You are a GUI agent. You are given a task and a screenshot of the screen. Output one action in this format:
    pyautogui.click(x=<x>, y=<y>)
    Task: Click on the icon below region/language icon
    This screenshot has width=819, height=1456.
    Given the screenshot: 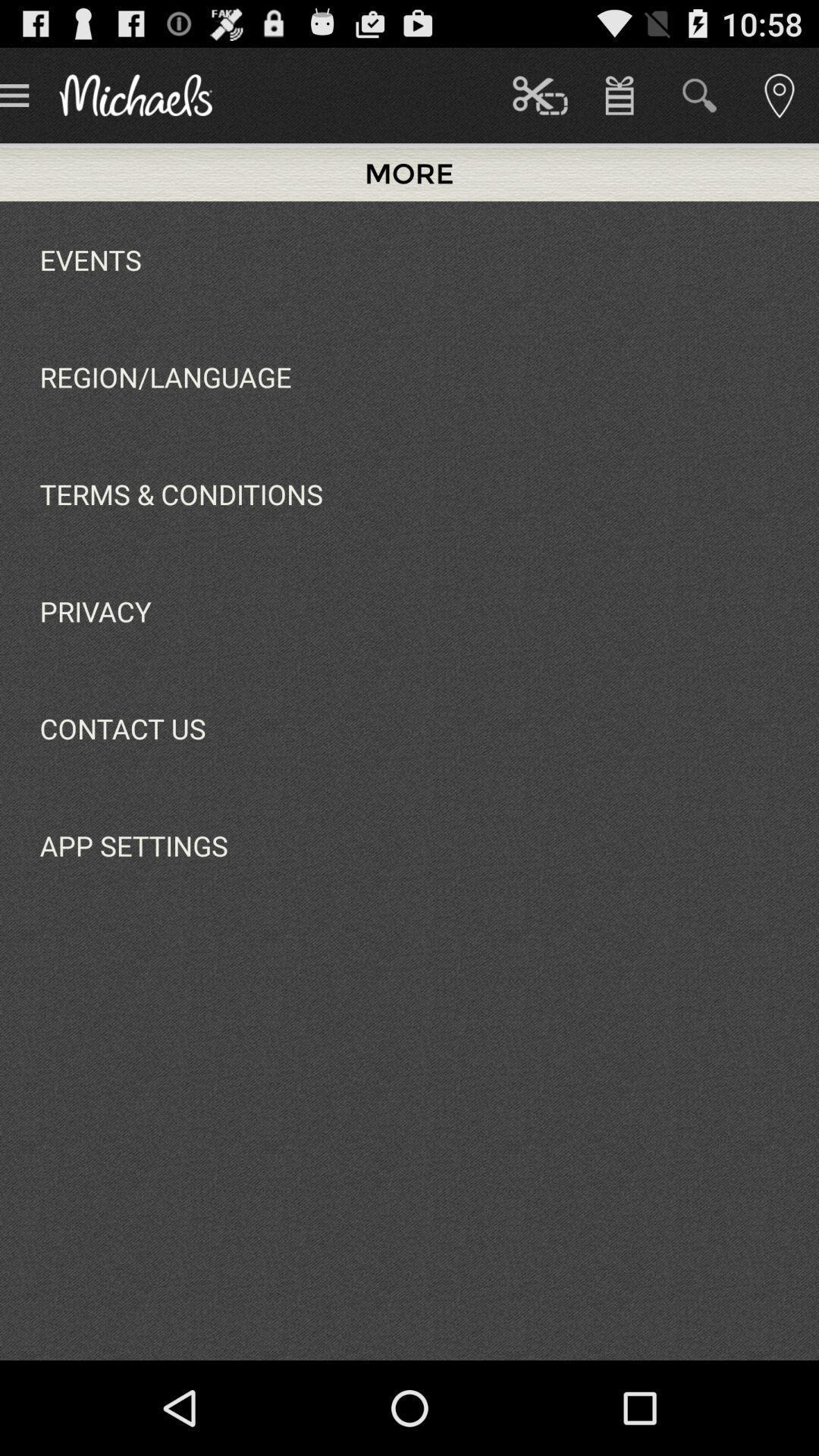 What is the action you would take?
    pyautogui.click(x=180, y=494)
    